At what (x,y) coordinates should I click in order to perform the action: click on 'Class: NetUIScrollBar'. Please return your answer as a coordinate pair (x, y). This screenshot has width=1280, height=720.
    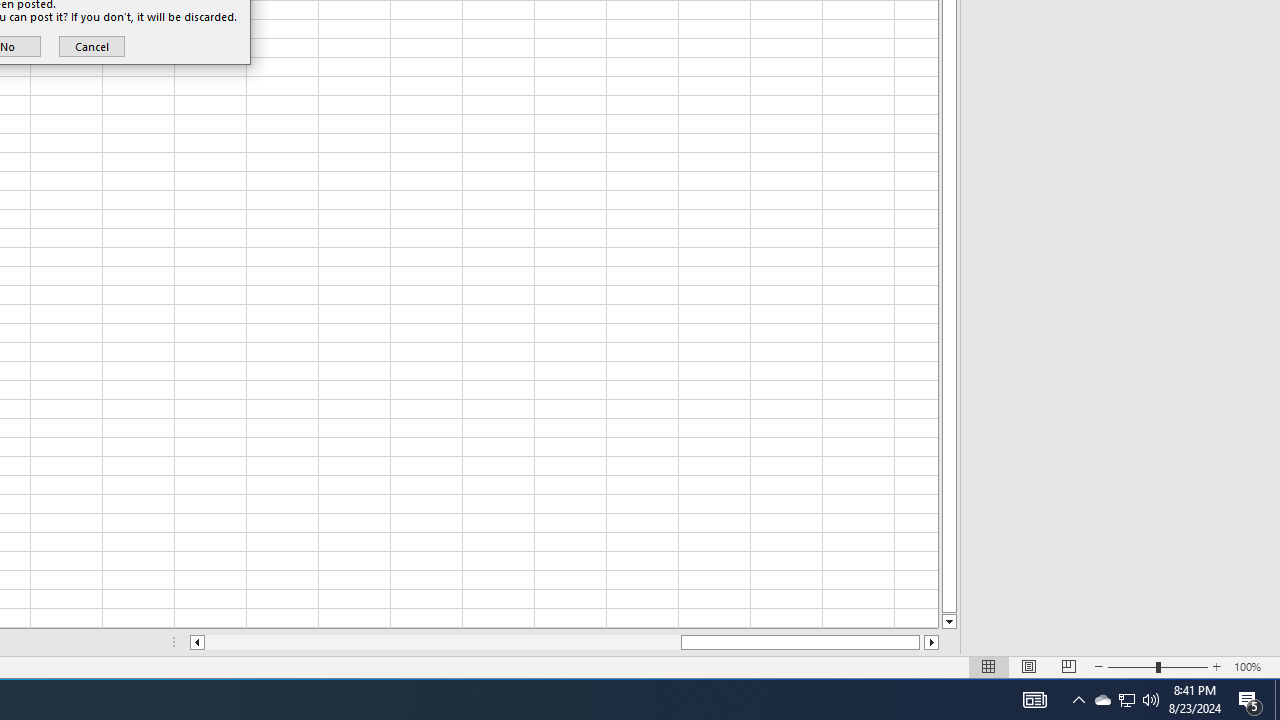
    Looking at the image, I should click on (563, 642).